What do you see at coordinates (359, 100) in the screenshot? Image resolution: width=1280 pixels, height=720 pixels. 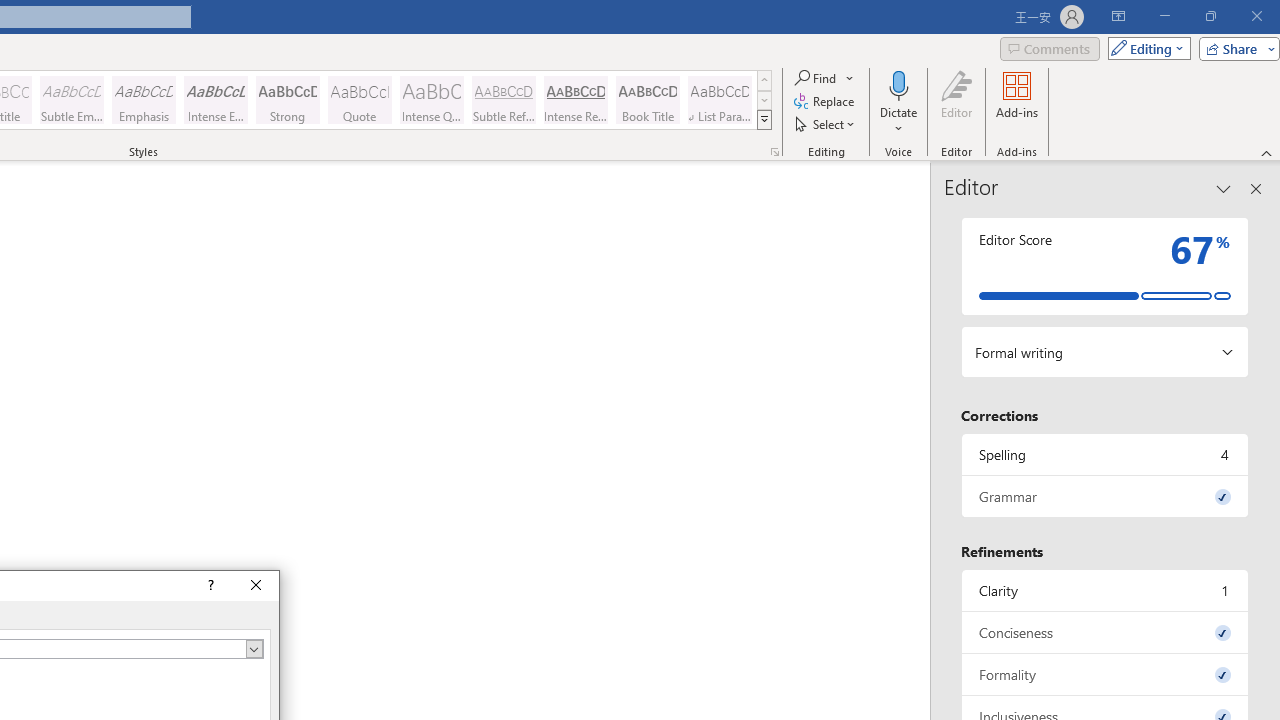 I see `'Quote'` at bounding box center [359, 100].